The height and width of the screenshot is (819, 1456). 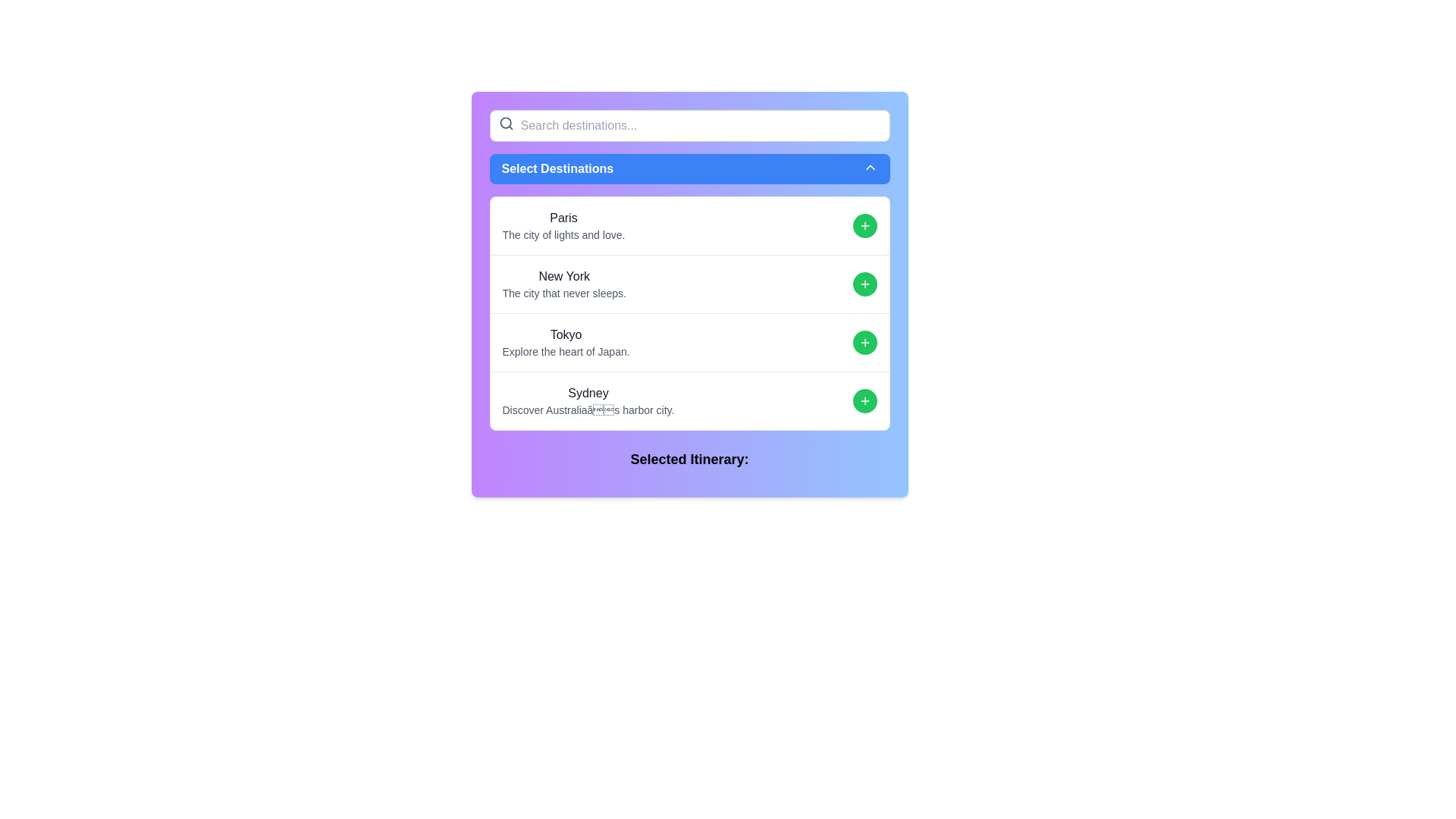 What do you see at coordinates (864, 400) in the screenshot?
I see `the button for adding 'Sydney' to the selected itinerary, located in the last row of the 'Select Destinations' list, beside the text 'Sydney - Discover Australia’s harbor city.'` at bounding box center [864, 400].